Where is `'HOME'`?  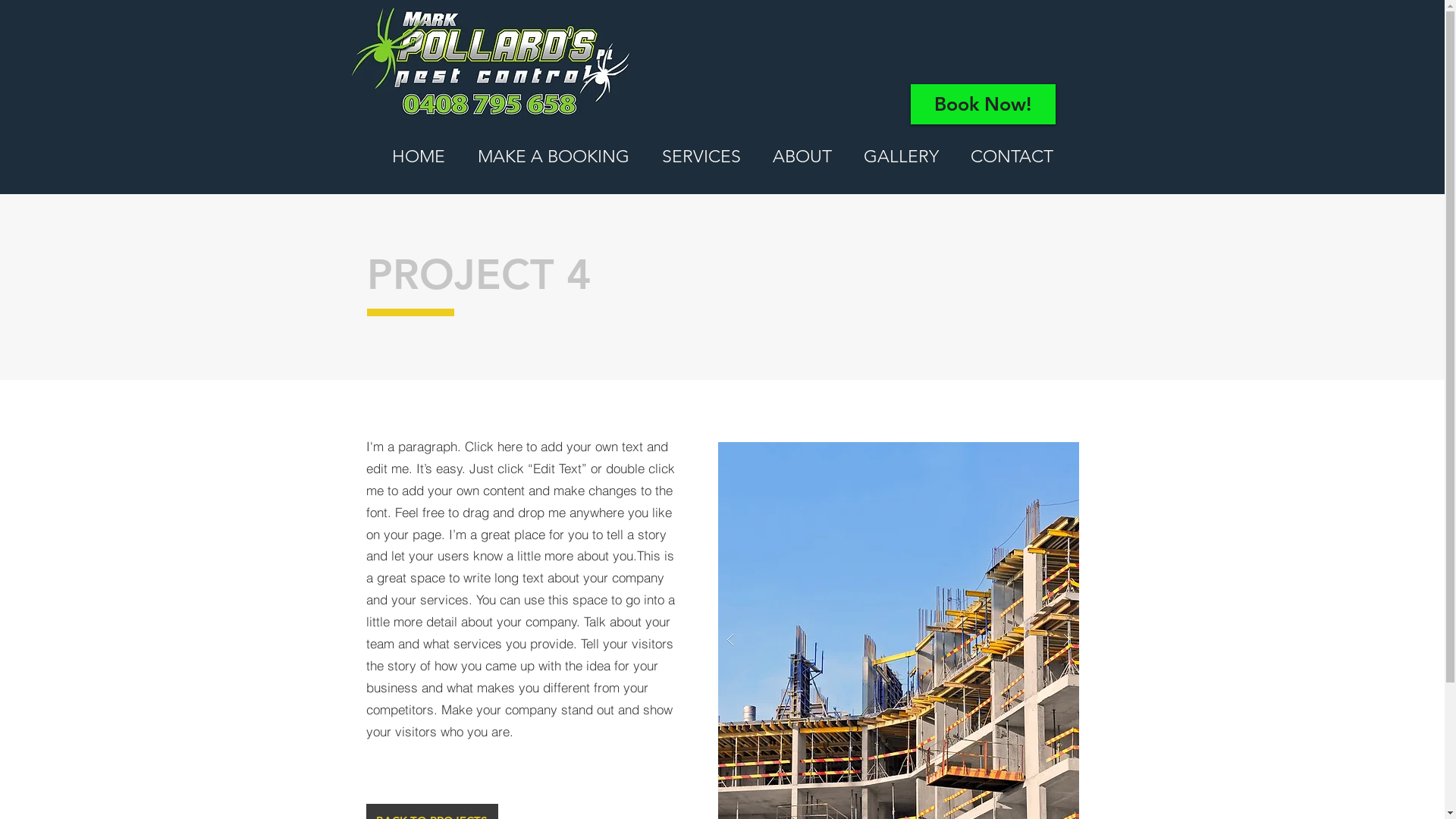
'HOME' is located at coordinates (418, 157).